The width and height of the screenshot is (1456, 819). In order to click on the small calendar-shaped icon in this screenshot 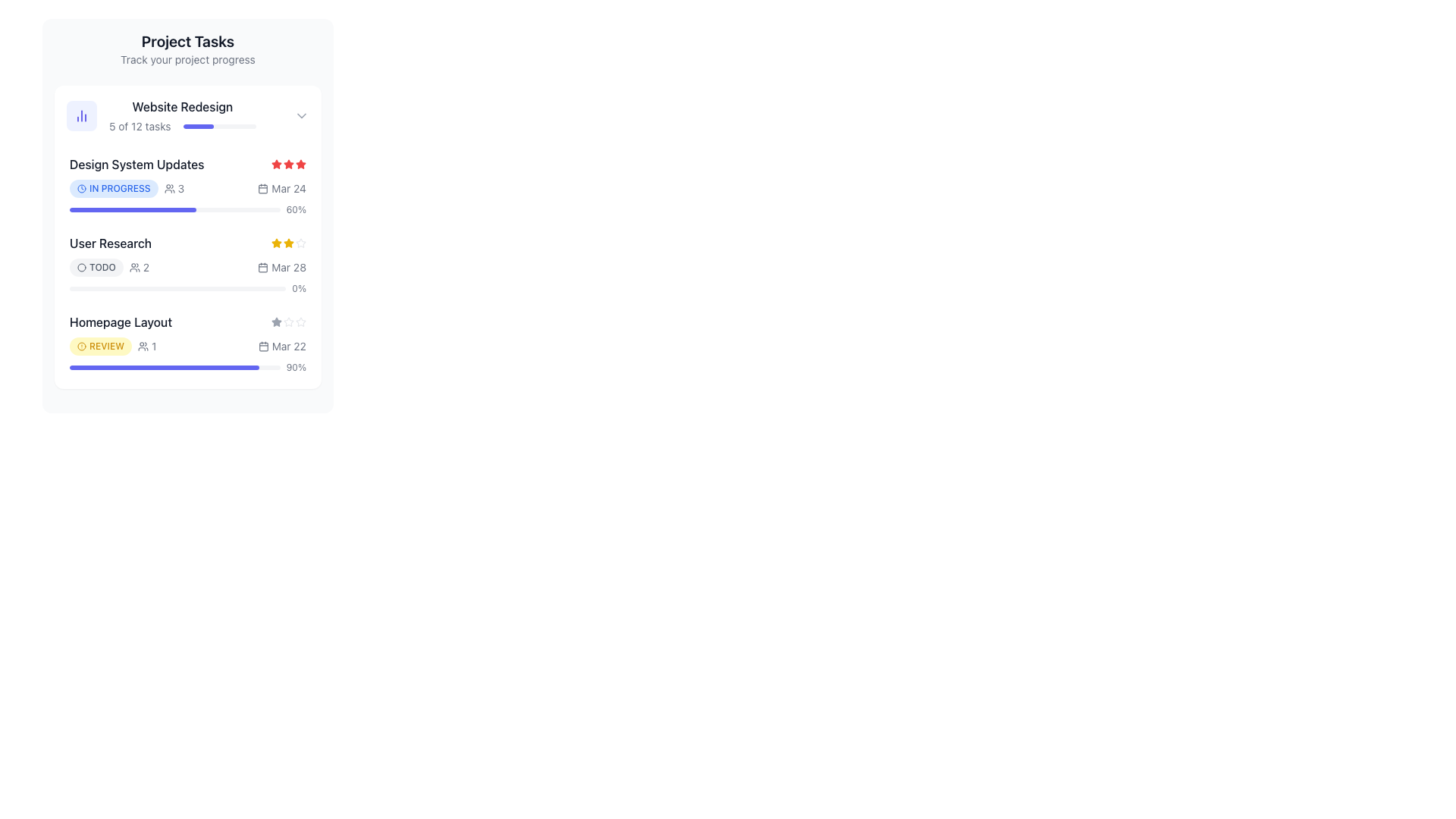, I will do `click(263, 346)`.